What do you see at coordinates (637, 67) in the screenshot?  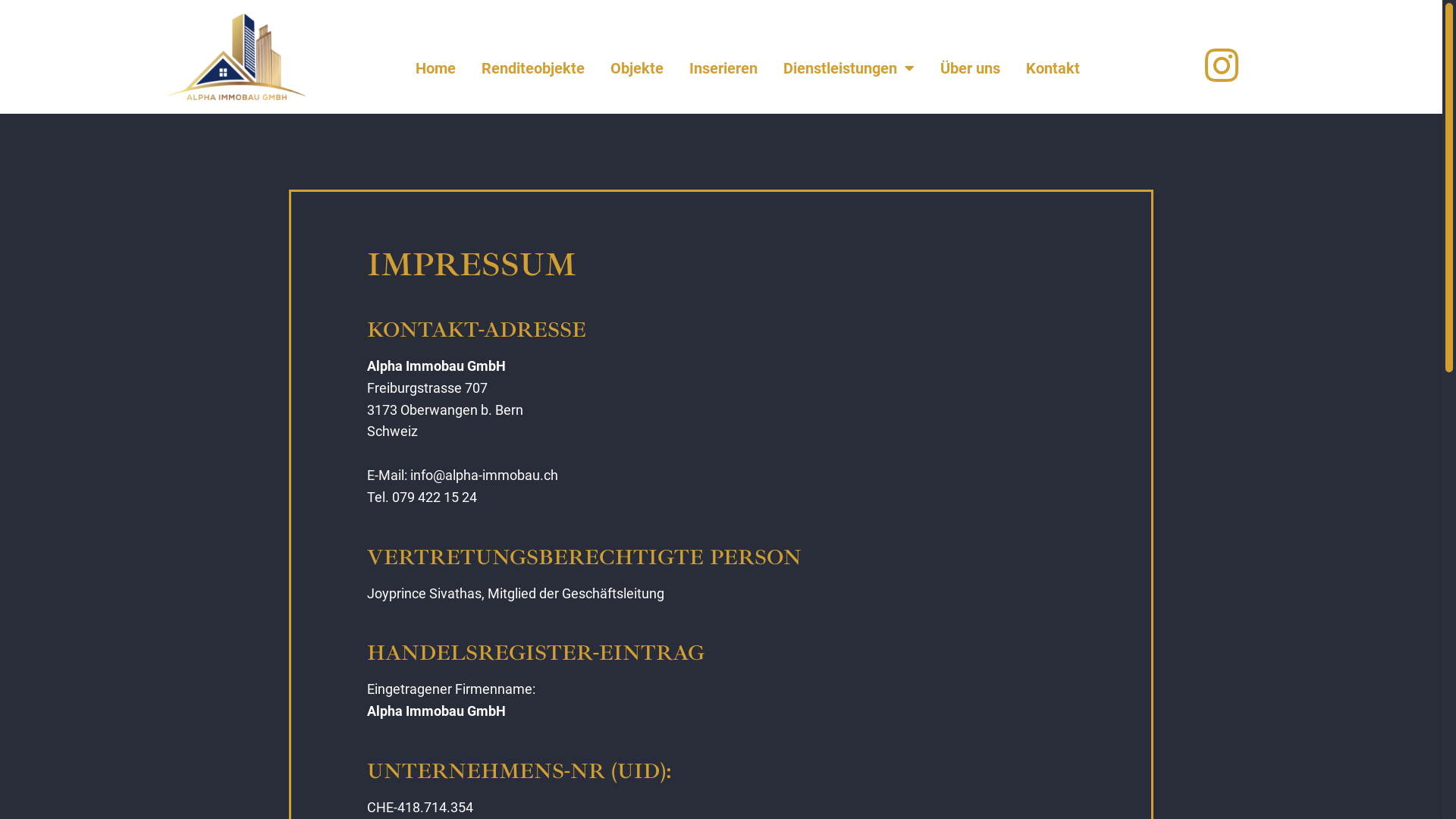 I see `'Objekte'` at bounding box center [637, 67].